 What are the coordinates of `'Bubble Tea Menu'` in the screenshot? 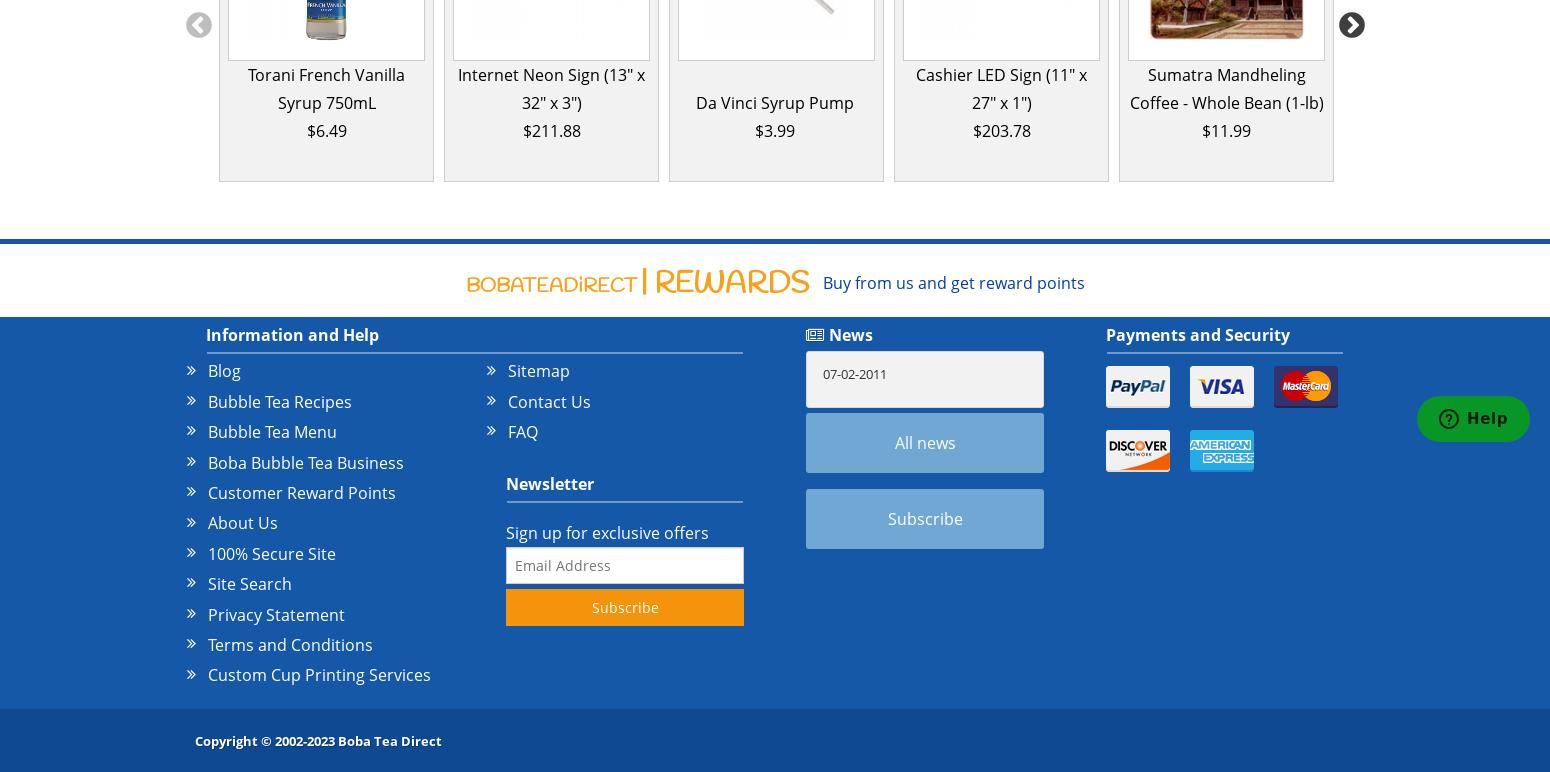 It's located at (207, 431).